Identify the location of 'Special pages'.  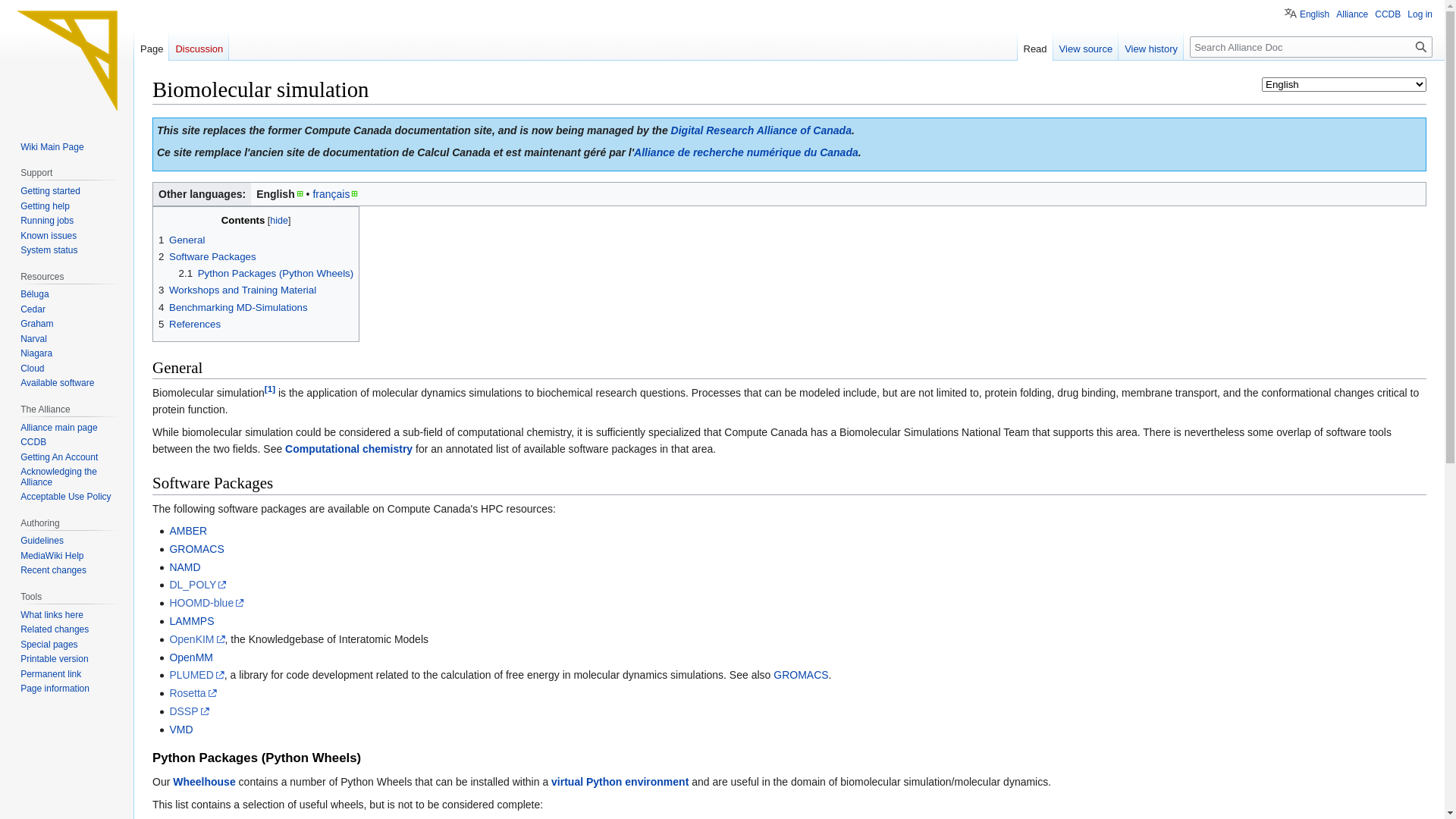
(49, 644).